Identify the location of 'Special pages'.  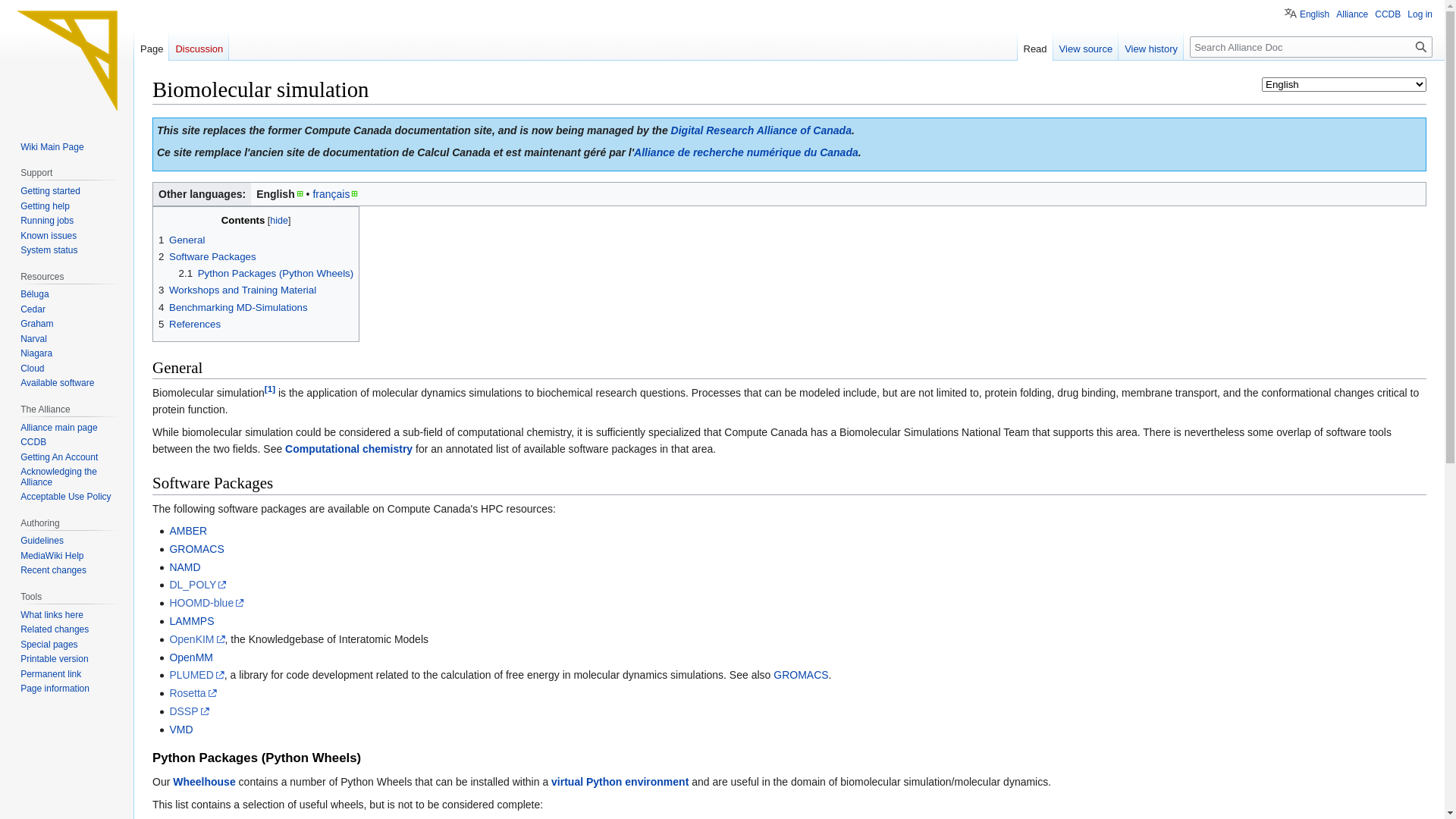
(49, 644).